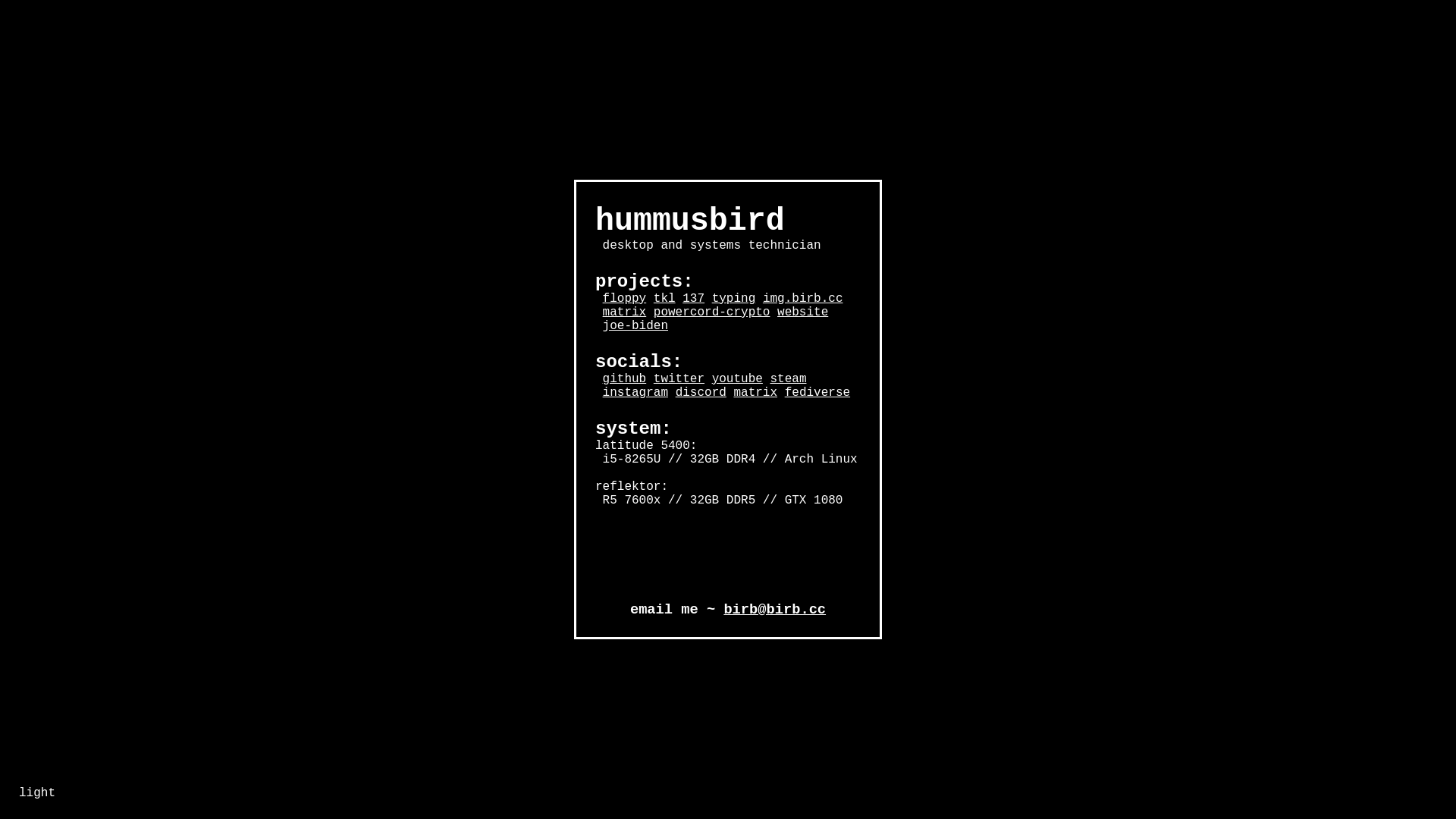  Describe the element at coordinates (682, 298) in the screenshot. I see `'137'` at that location.